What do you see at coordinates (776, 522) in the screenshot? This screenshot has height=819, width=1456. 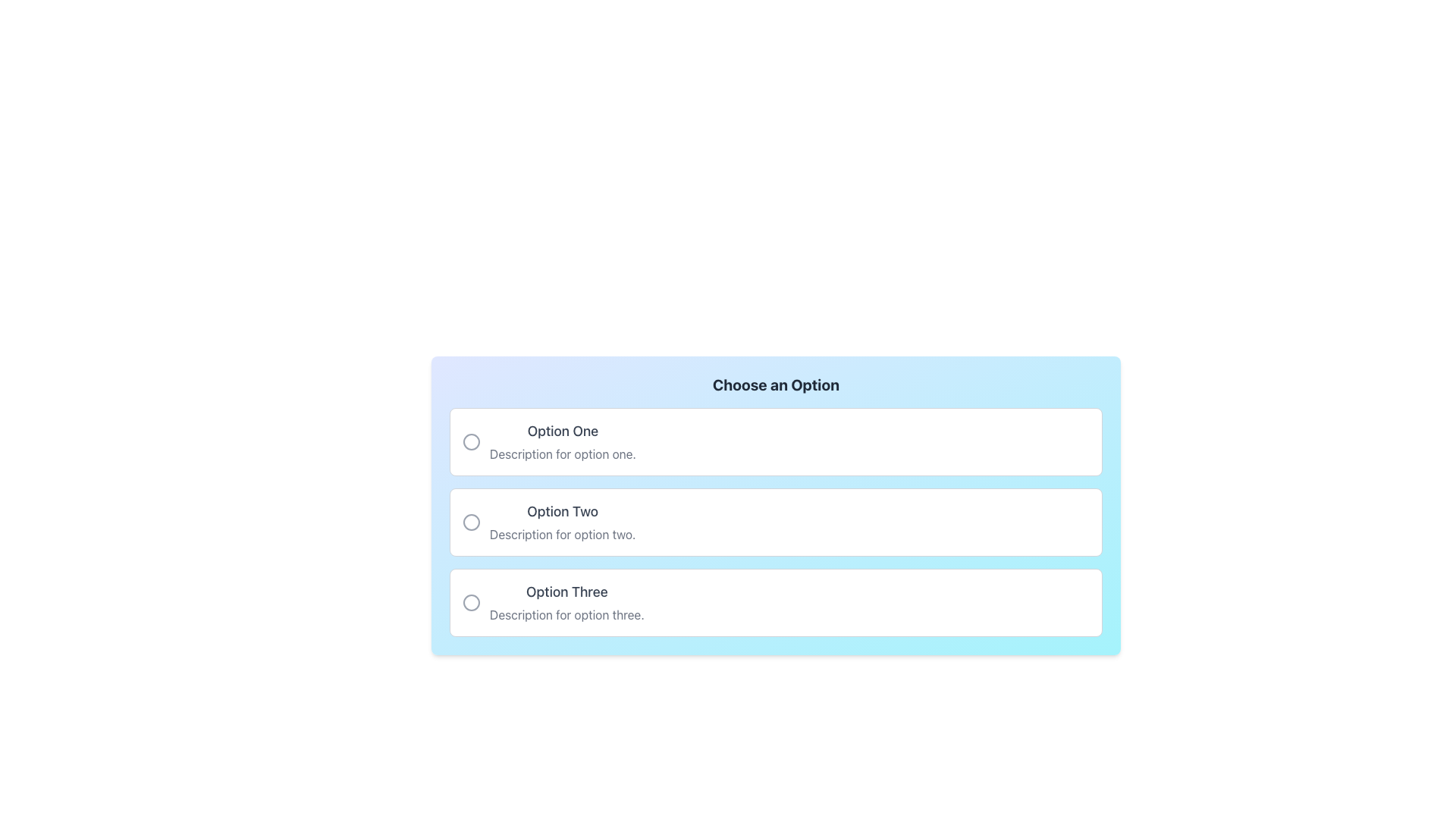 I see `to select the second option in the vertically stacked list located between 'Option One' and 'Option Three'` at bounding box center [776, 522].